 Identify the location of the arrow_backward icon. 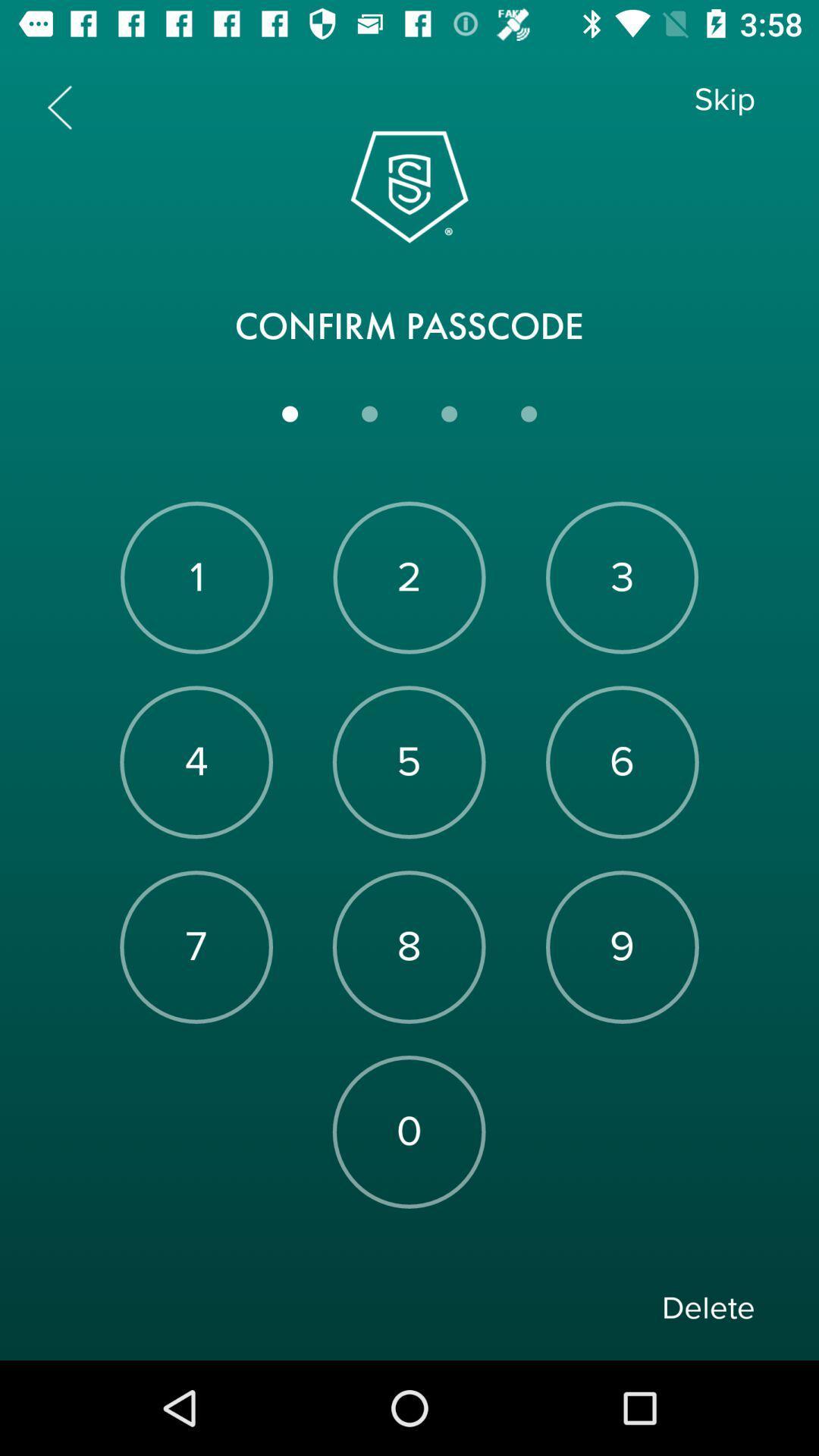
(58, 106).